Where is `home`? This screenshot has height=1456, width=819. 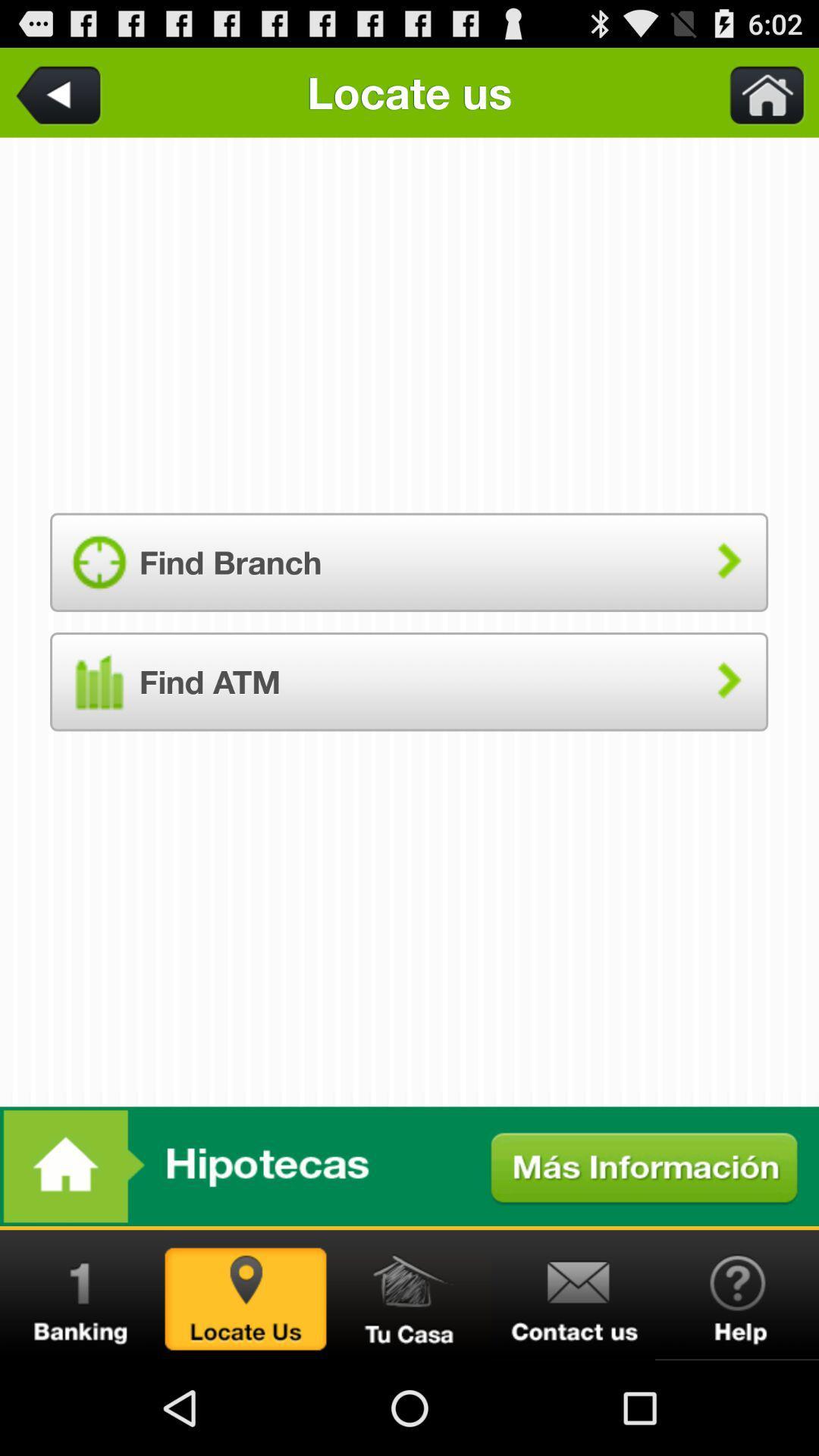
home is located at coordinates (409, 1166).